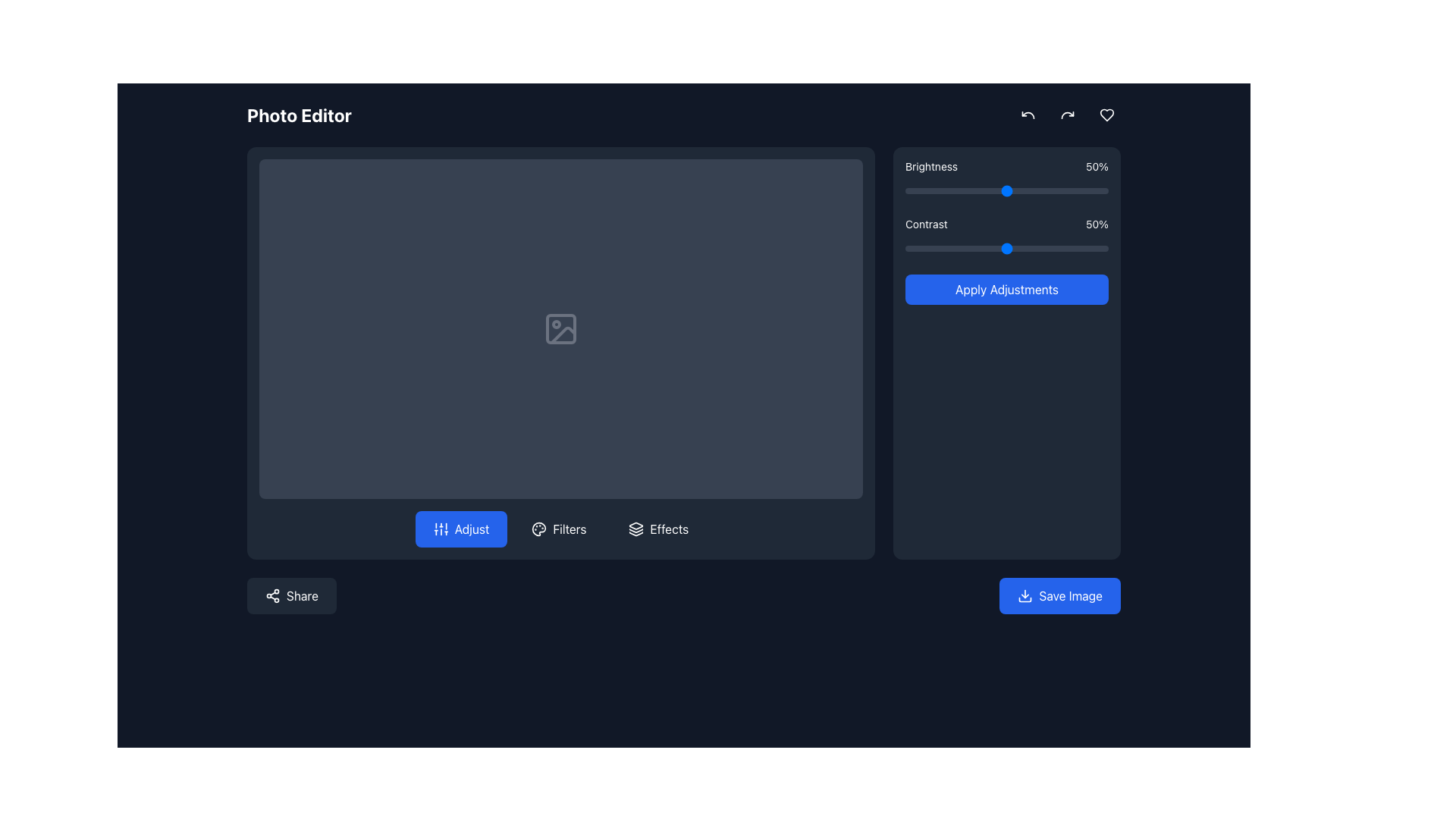 The height and width of the screenshot is (819, 1456). Describe the element at coordinates (1028, 114) in the screenshot. I see `the circular undo button located in the top-right horizontal toolbar` at that location.